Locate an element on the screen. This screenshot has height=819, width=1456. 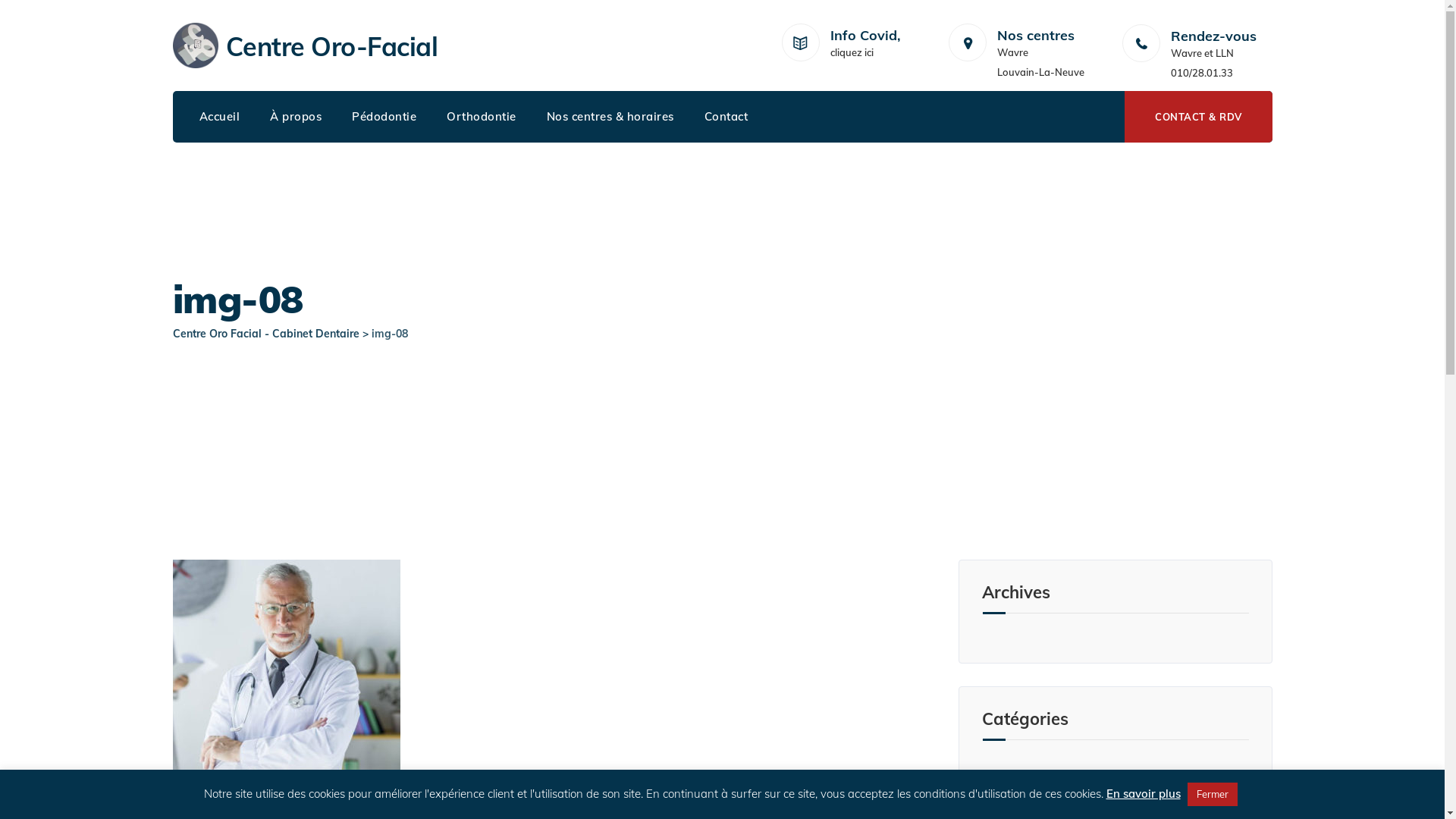
'Contact' is located at coordinates (724, 116).